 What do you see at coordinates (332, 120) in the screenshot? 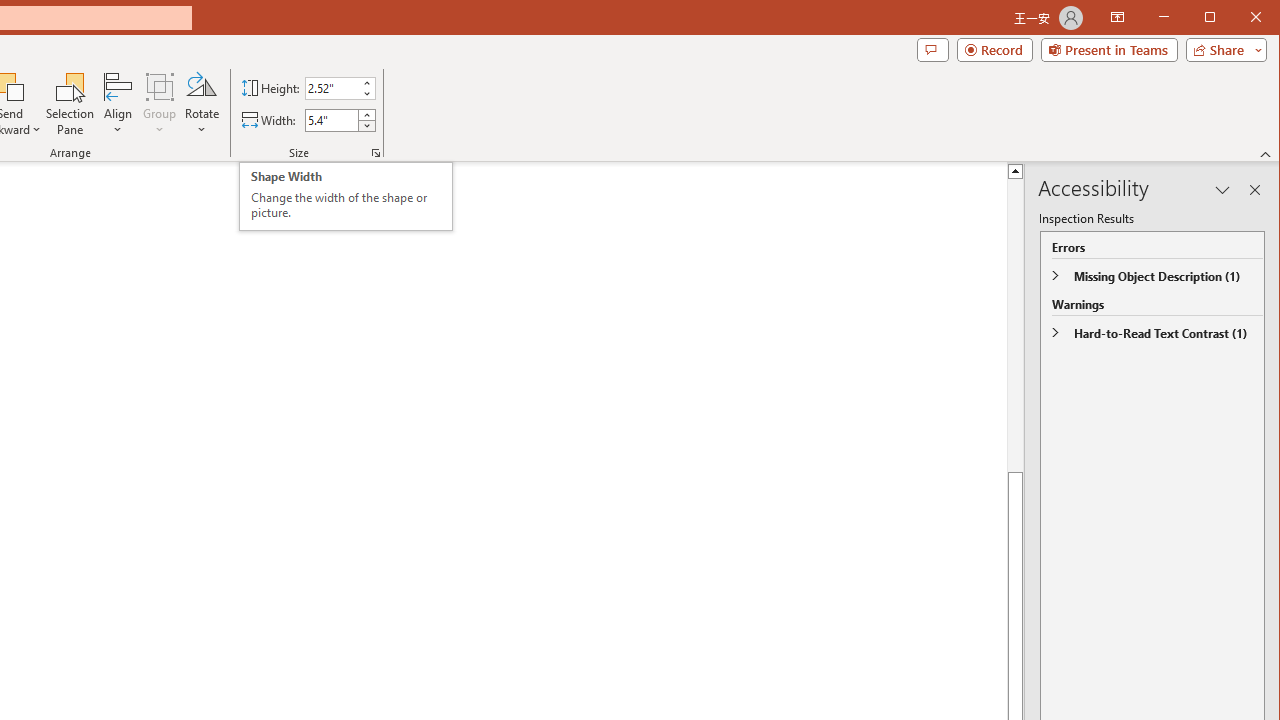
I see `'Shape Width'` at bounding box center [332, 120].